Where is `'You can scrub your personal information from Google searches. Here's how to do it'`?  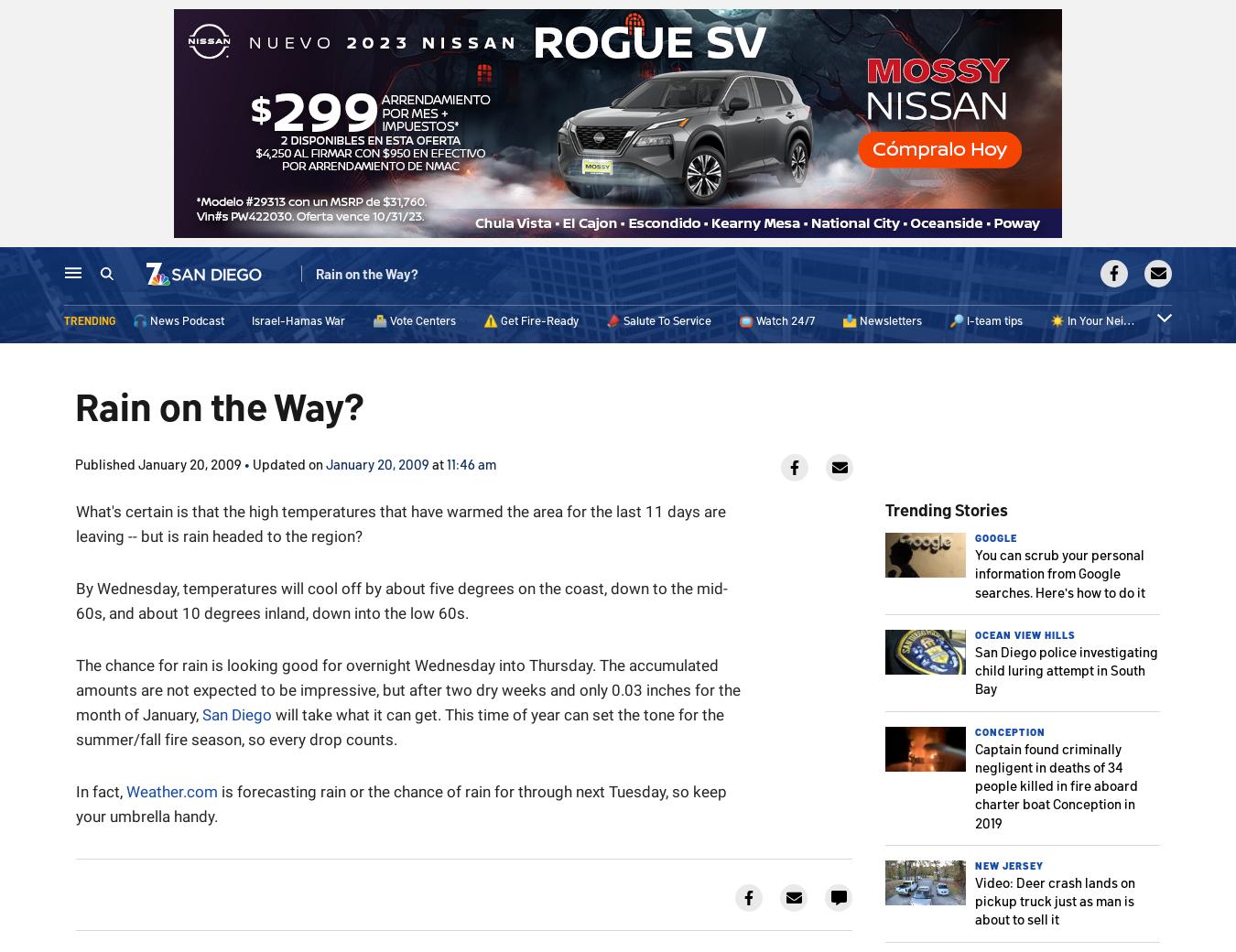
'You can scrub your personal information from Google searches. Here's how to do it' is located at coordinates (975, 571).